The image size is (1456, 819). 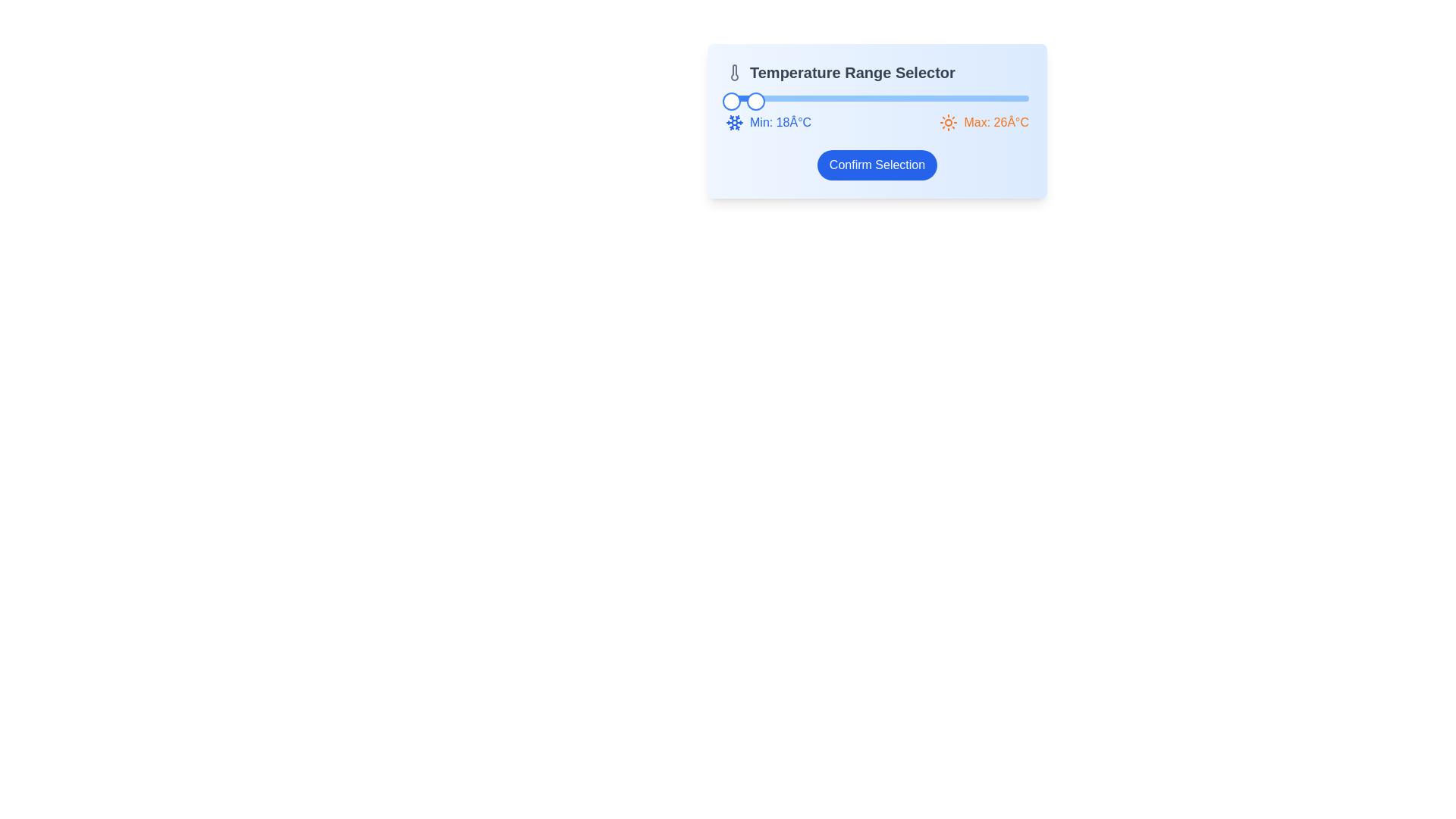 I want to click on the snowflake icon with a blue outline located to the left of the 'Min: 18°C' text in the temperature range selector interface, so click(x=735, y=122).